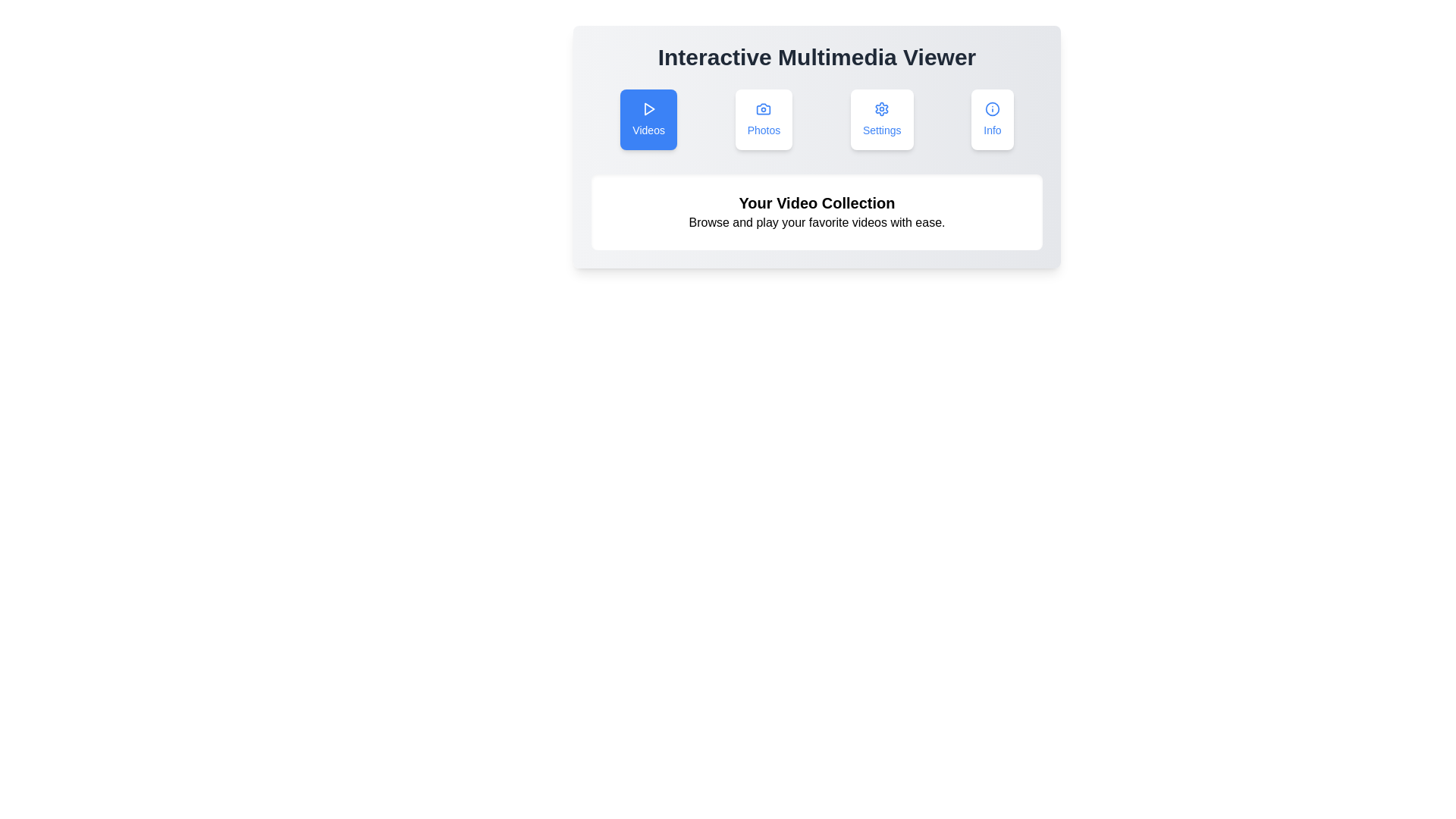  Describe the element at coordinates (648, 130) in the screenshot. I see `the 'Videos' label, which serves as a descriptive text below the play icon in the first card of the horizontal row containing 'Photos', 'Settings', and 'Info'` at that location.